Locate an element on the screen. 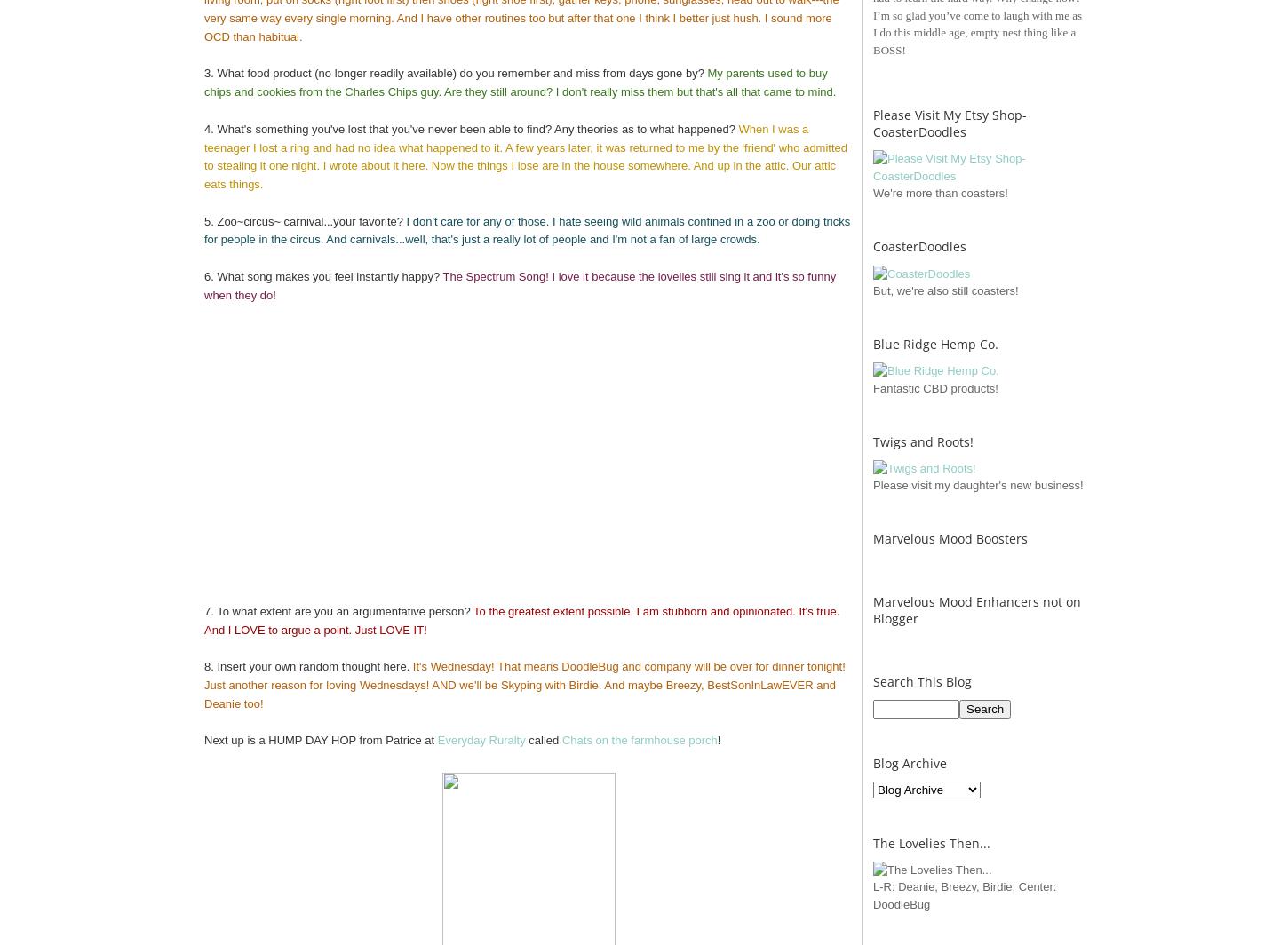 The width and height of the screenshot is (1288, 945). 'Marvelous Mood Enhancers not on Blogger' is located at coordinates (872, 609).